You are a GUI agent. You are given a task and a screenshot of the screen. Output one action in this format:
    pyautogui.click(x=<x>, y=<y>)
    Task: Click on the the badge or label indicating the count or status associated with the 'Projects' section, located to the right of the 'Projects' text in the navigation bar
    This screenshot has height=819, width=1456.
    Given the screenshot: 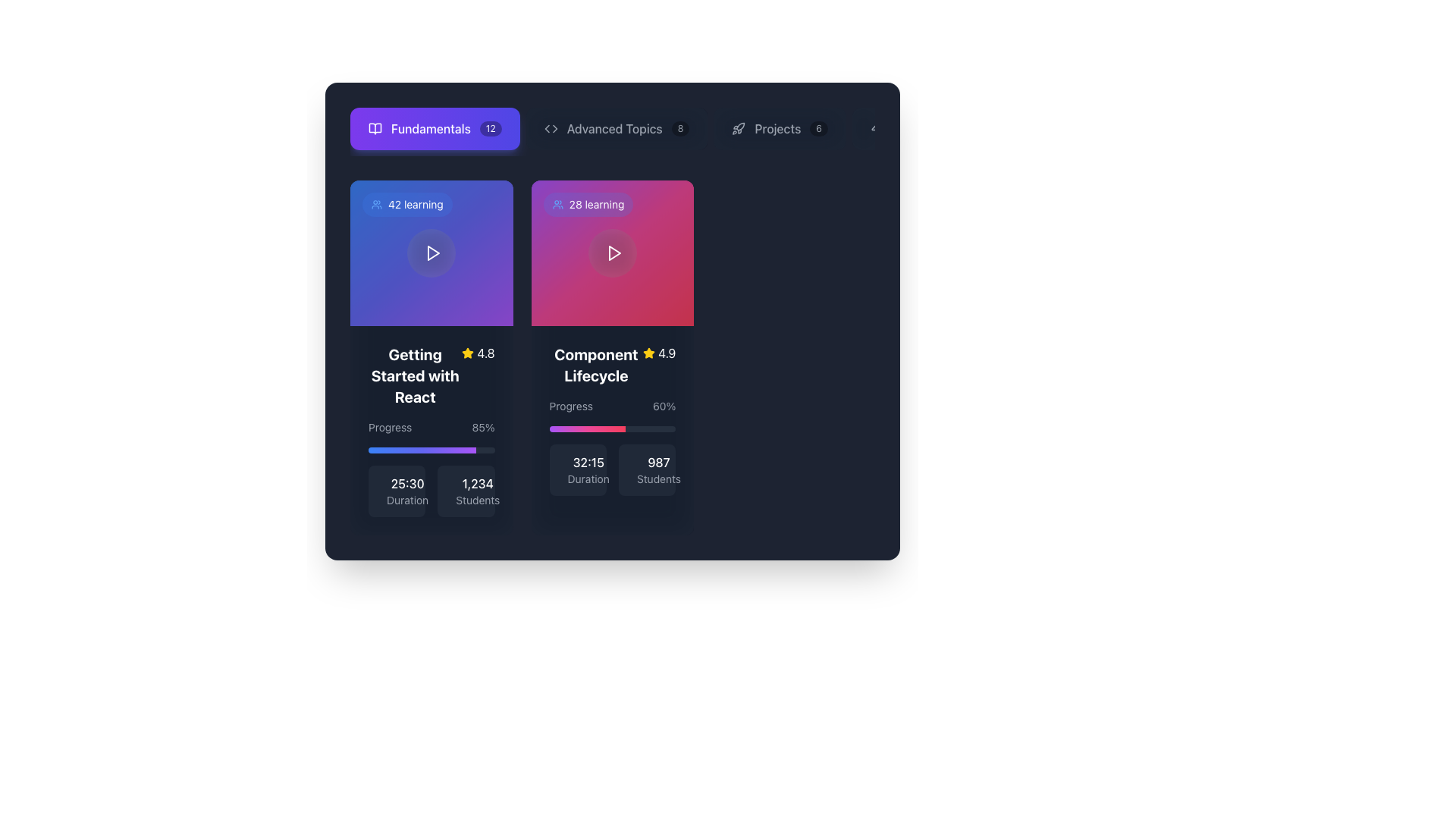 What is the action you would take?
    pyautogui.click(x=818, y=127)
    